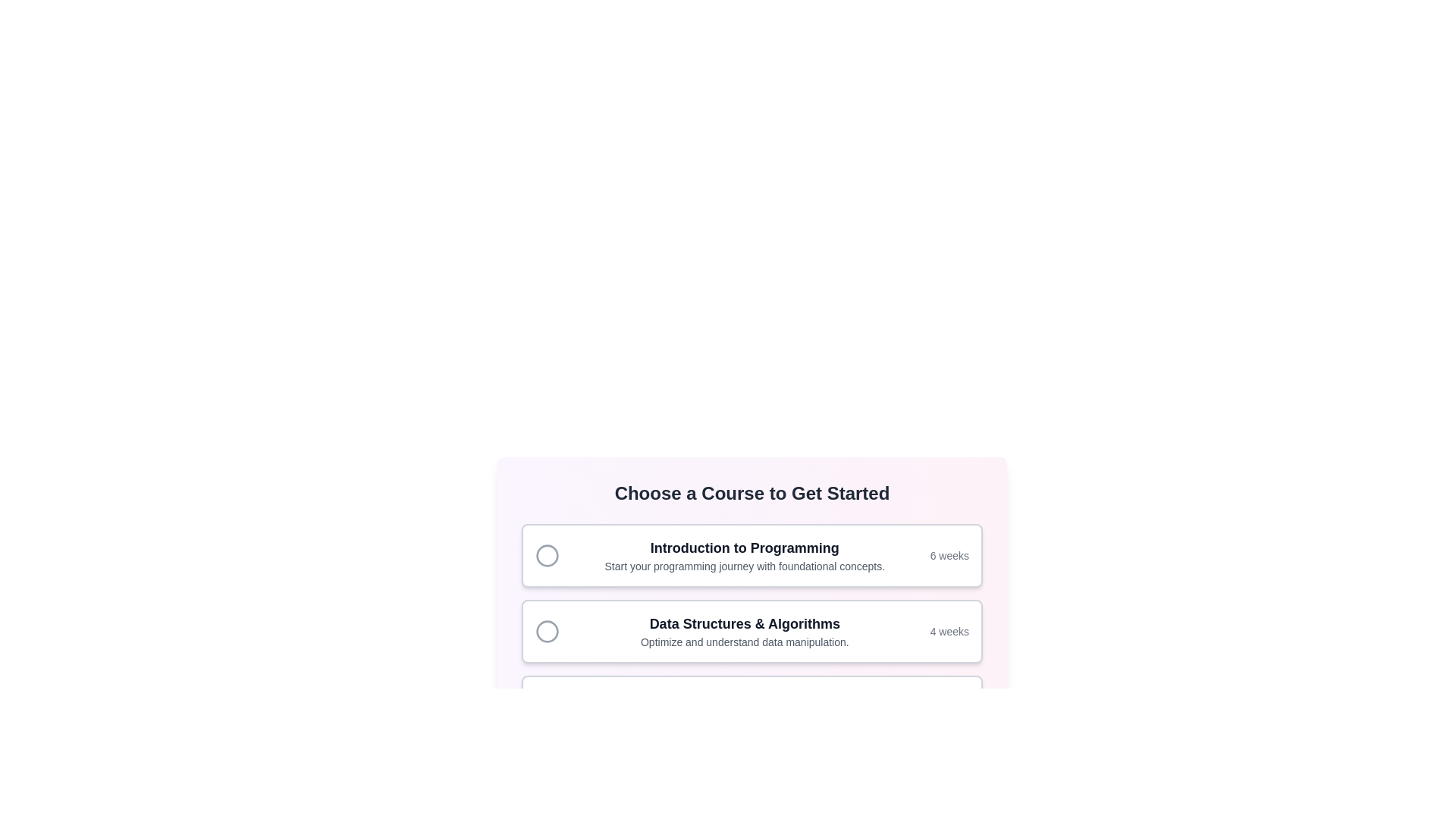  What do you see at coordinates (949, 632) in the screenshot?
I see `the informational text label indicating the duration of the course 'Data Structures & Algorithms', located in the bottom-right corner of the card` at bounding box center [949, 632].